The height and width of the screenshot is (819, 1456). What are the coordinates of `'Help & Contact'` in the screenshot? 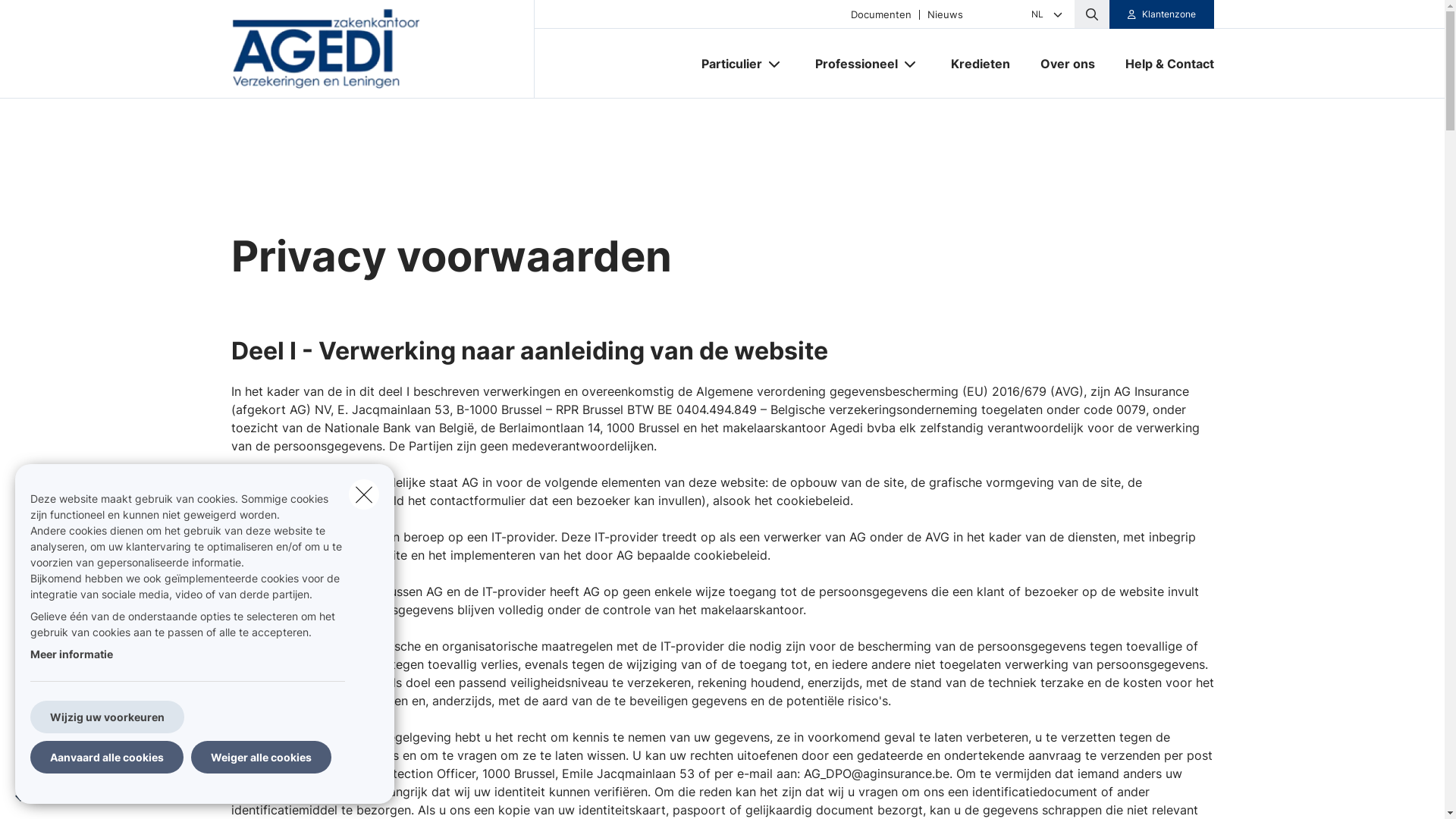 It's located at (1161, 63).